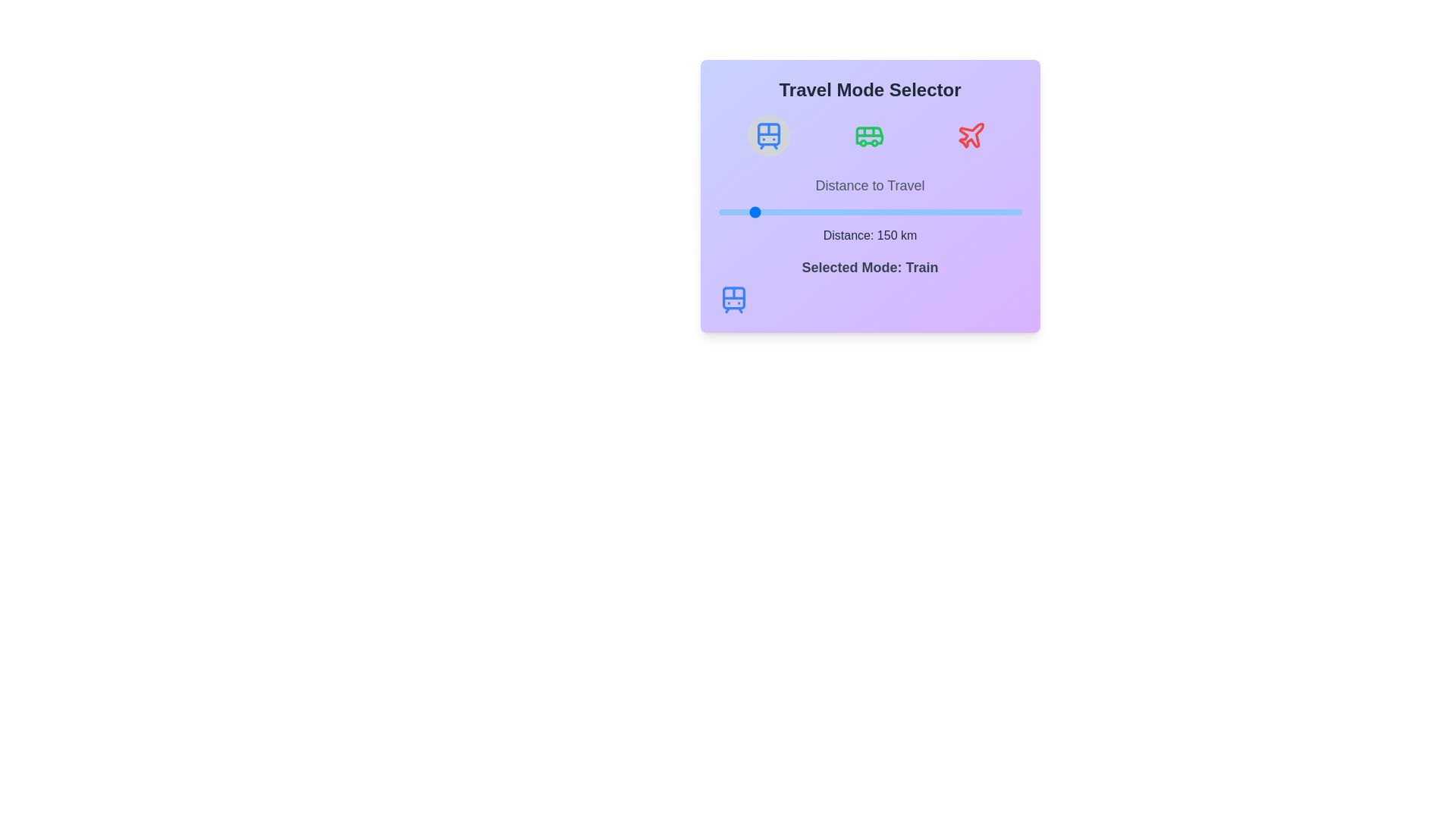 This screenshot has width=1456, height=819. What do you see at coordinates (971, 134) in the screenshot?
I see `the icon to select the travel mode Plane` at bounding box center [971, 134].